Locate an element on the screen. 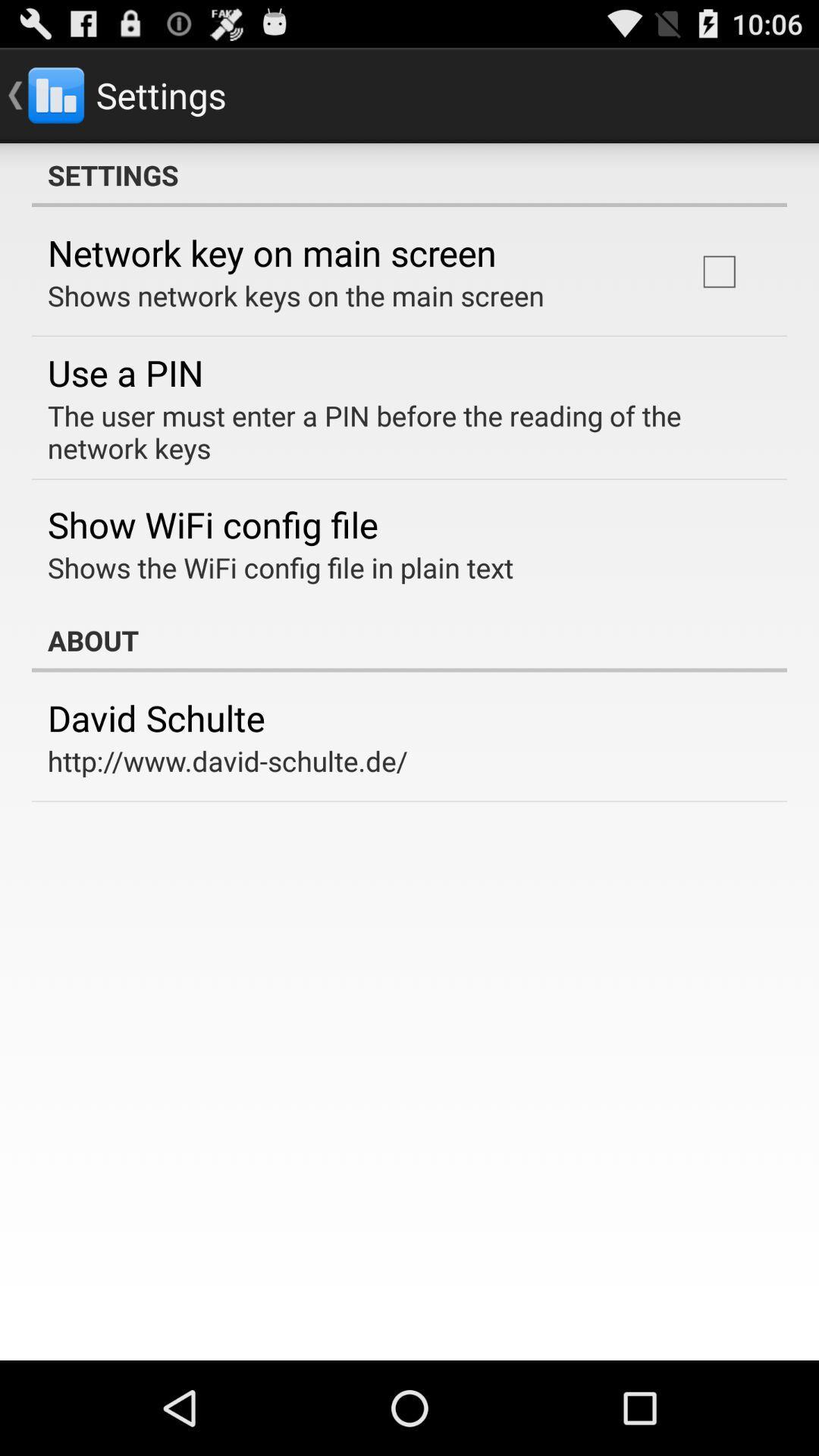 The height and width of the screenshot is (1456, 819). icon to the right of the shows network keys item is located at coordinates (718, 271).